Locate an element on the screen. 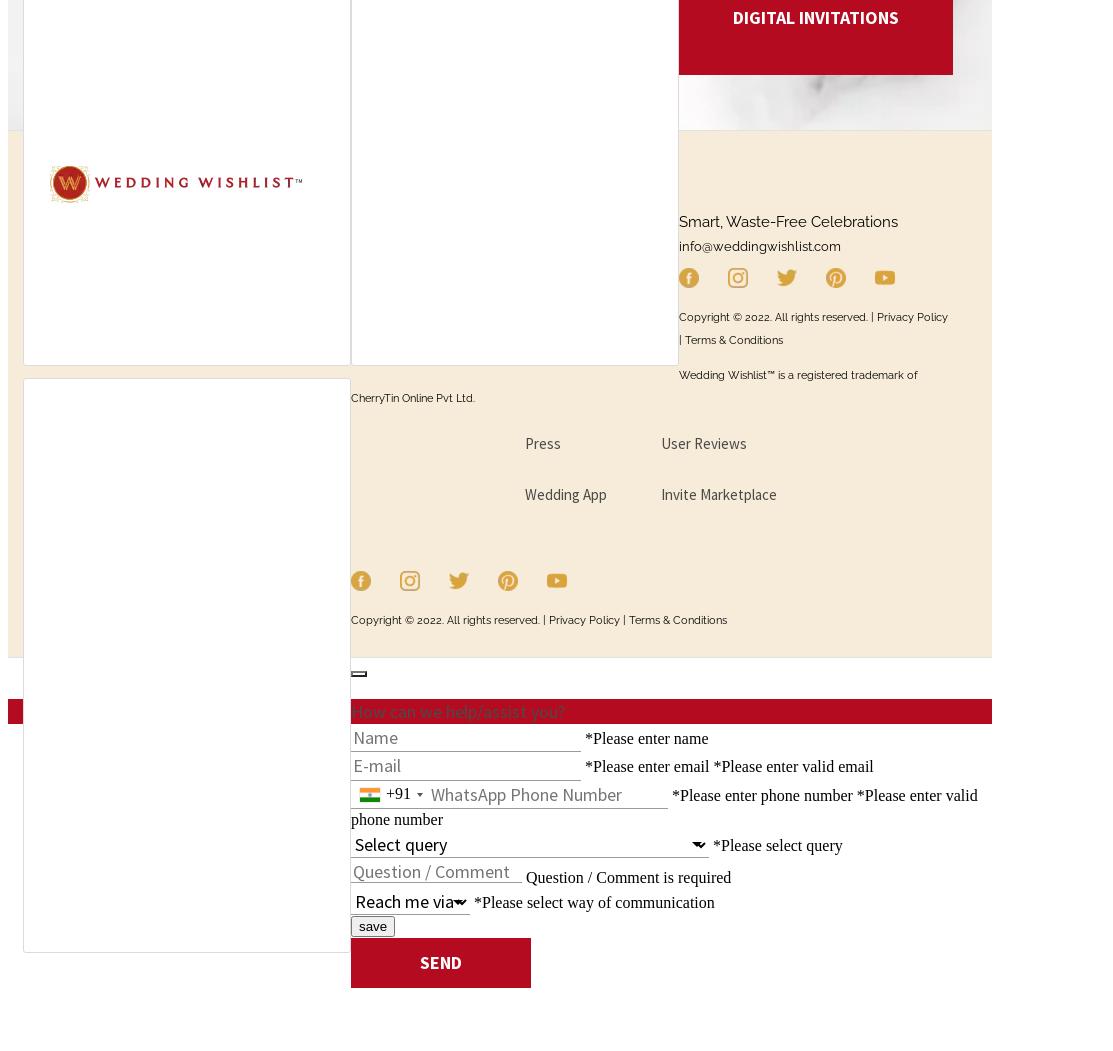 Image resolution: width=1113 pixels, height=1051 pixels. 'How can we help/assist you?' is located at coordinates (351, 709).